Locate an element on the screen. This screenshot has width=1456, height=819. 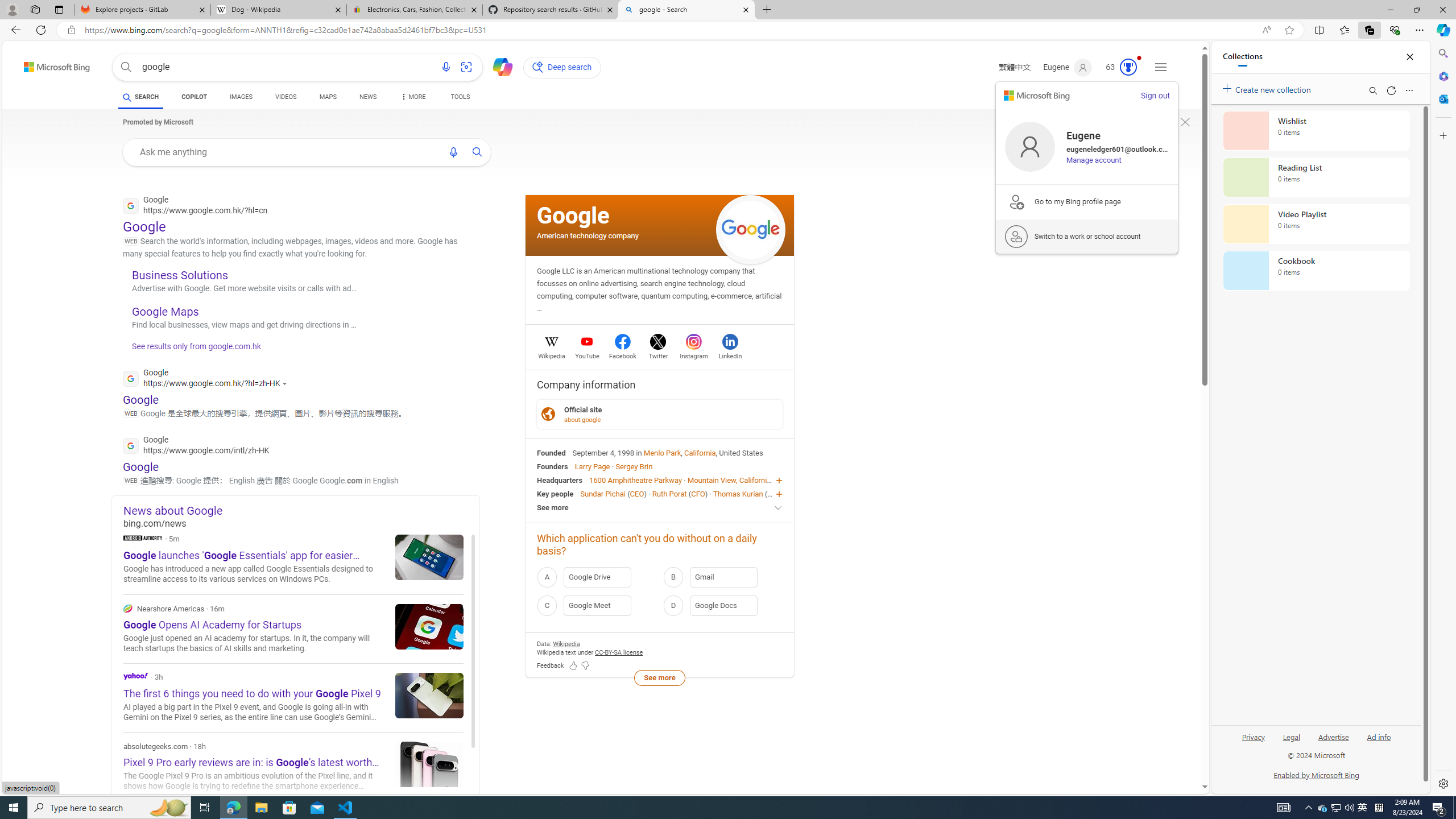
'Switch to a work or school account' is located at coordinates (1087, 235).